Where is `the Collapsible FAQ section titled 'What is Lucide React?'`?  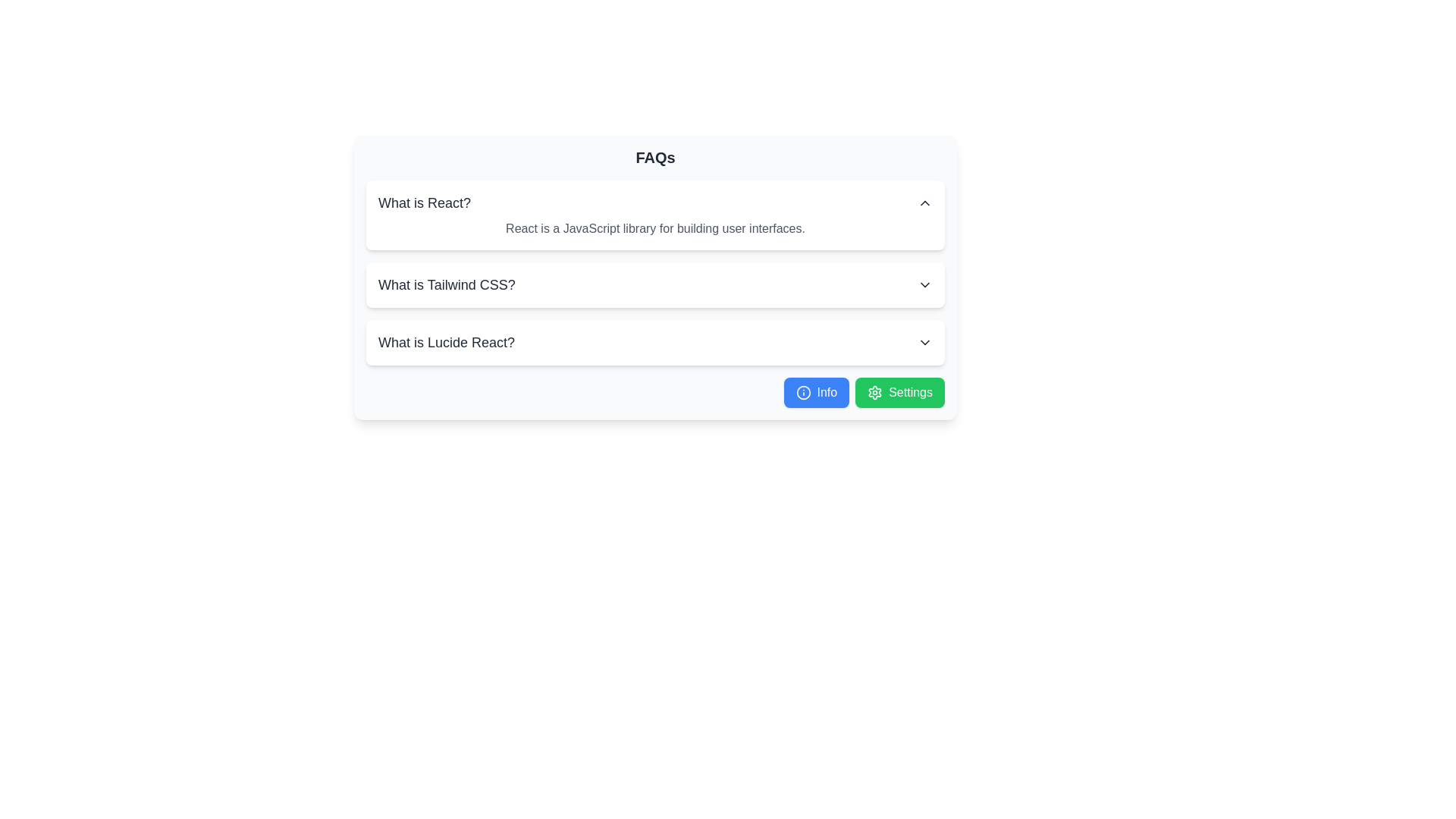 the Collapsible FAQ section titled 'What is Lucide React?' is located at coordinates (655, 342).